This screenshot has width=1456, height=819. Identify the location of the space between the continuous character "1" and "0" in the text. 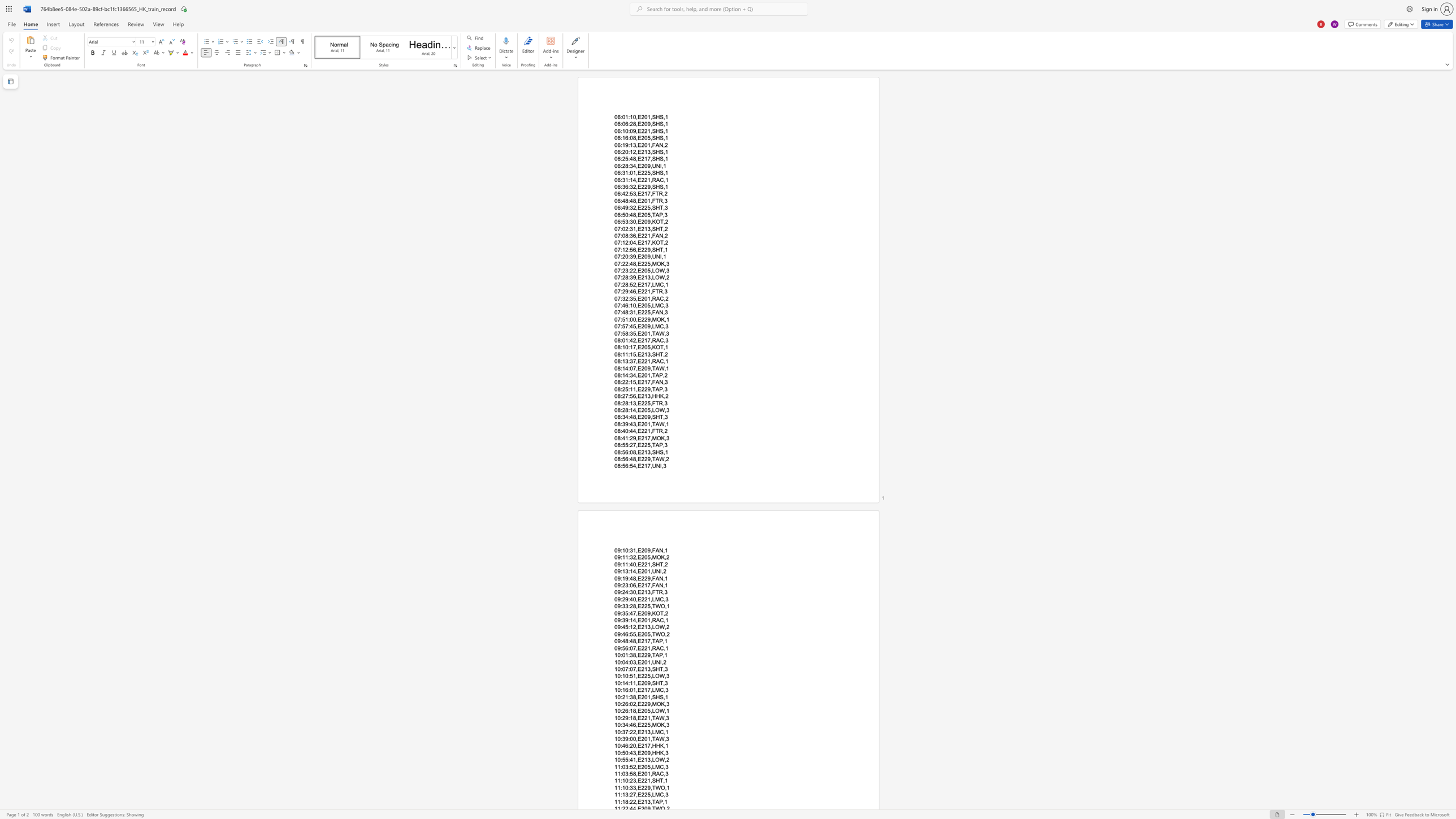
(617, 760).